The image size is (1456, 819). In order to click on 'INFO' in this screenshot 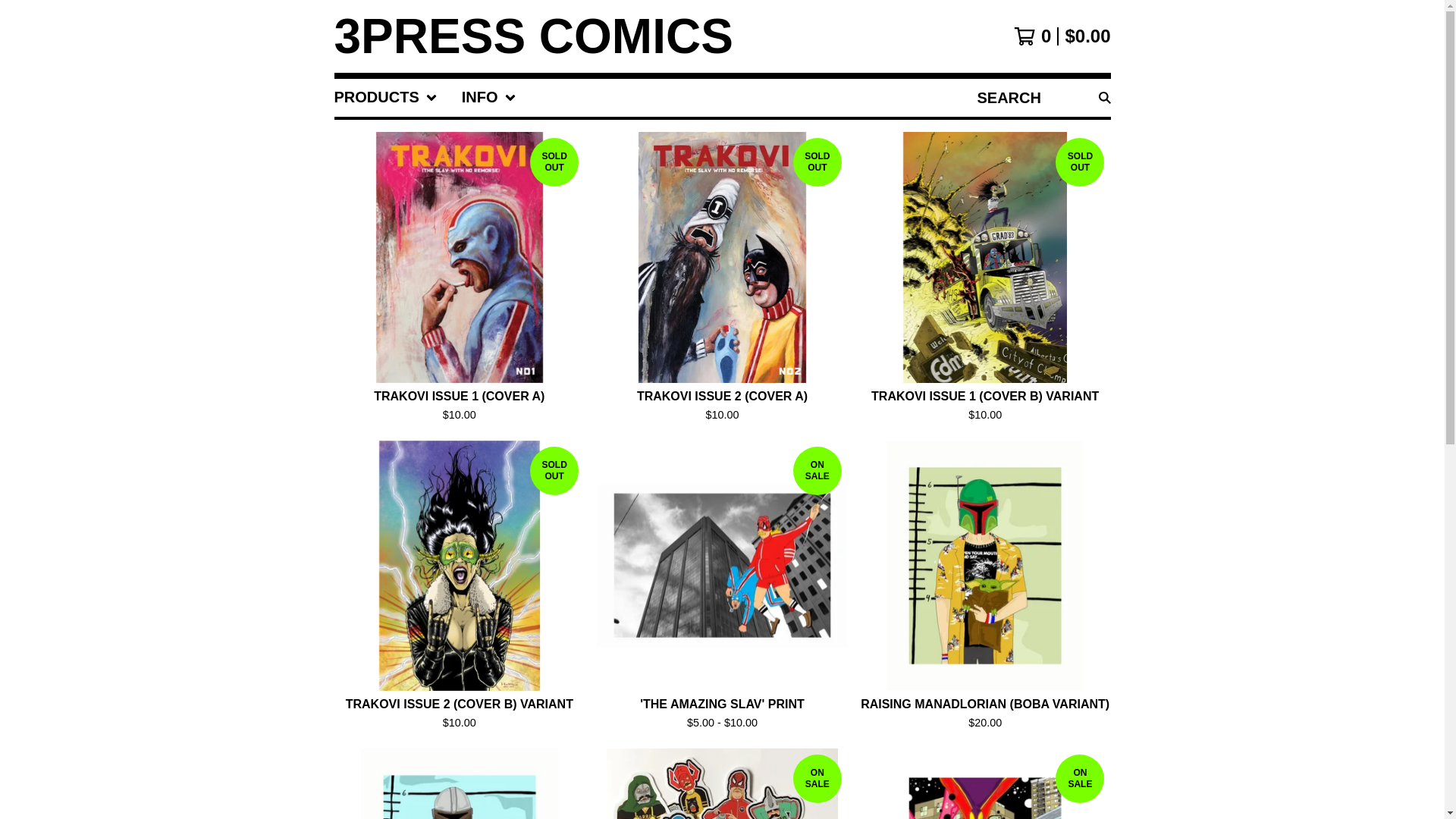, I will do `click(488, 97)`.